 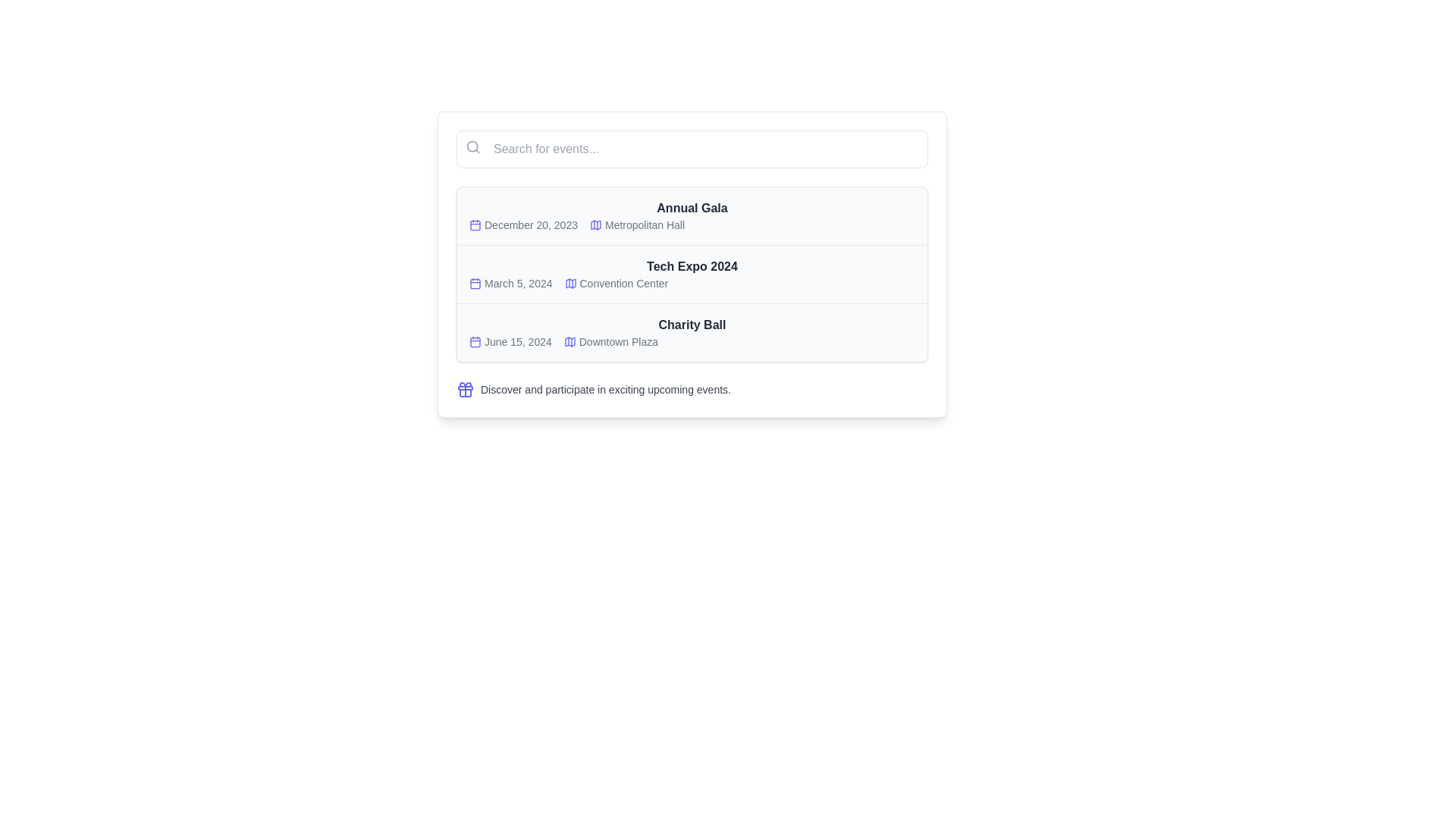 What do you see at coordinates (623, 284) in the screenshot?
I see `text displayed in the venue name label located on the second row of the events list, positioned to the right of the calendar icon and map marker icon, below the 'Tech Expo 2024' title` at bounding box center [623, 284].